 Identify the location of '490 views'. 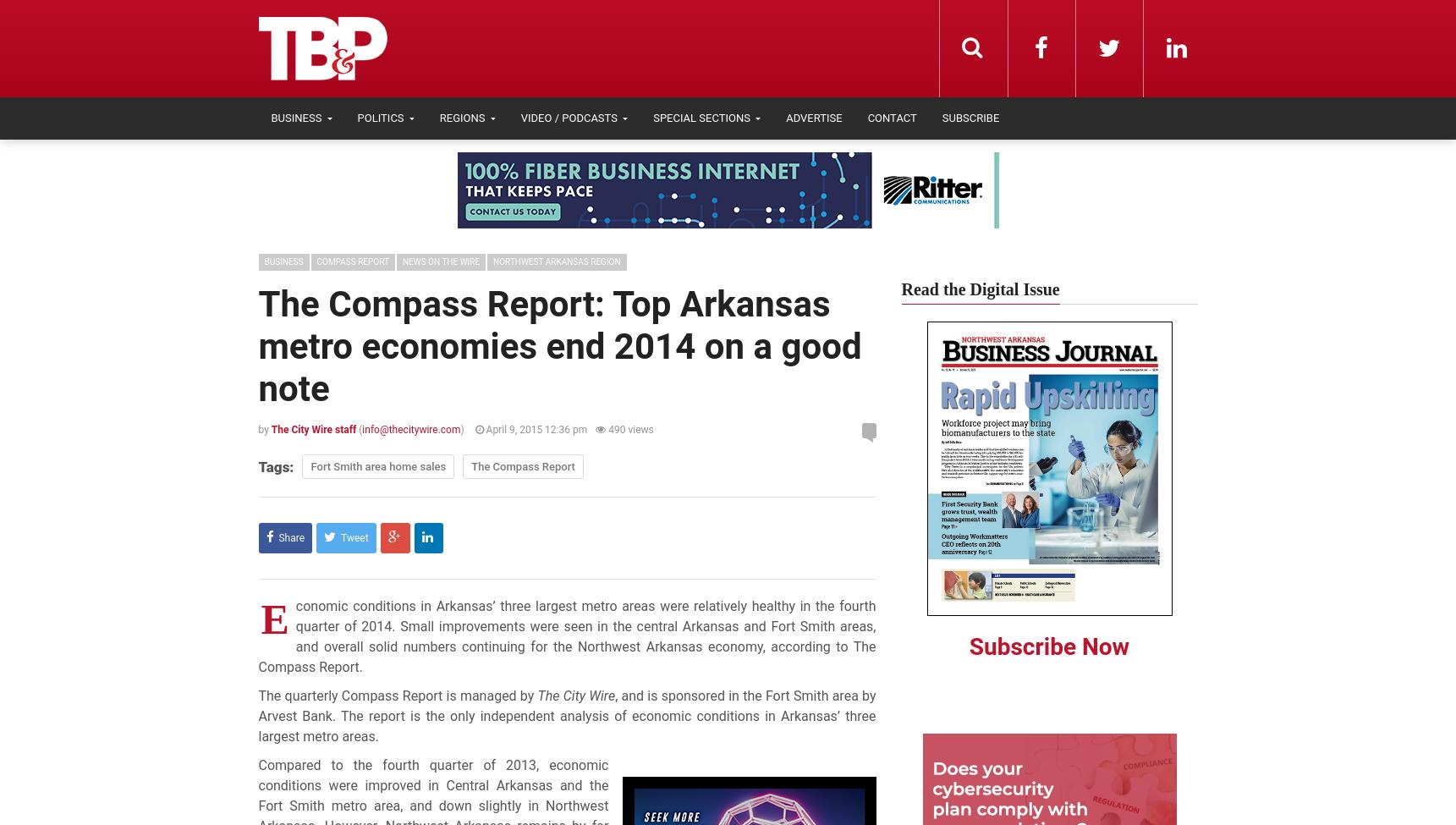
(629, 428).